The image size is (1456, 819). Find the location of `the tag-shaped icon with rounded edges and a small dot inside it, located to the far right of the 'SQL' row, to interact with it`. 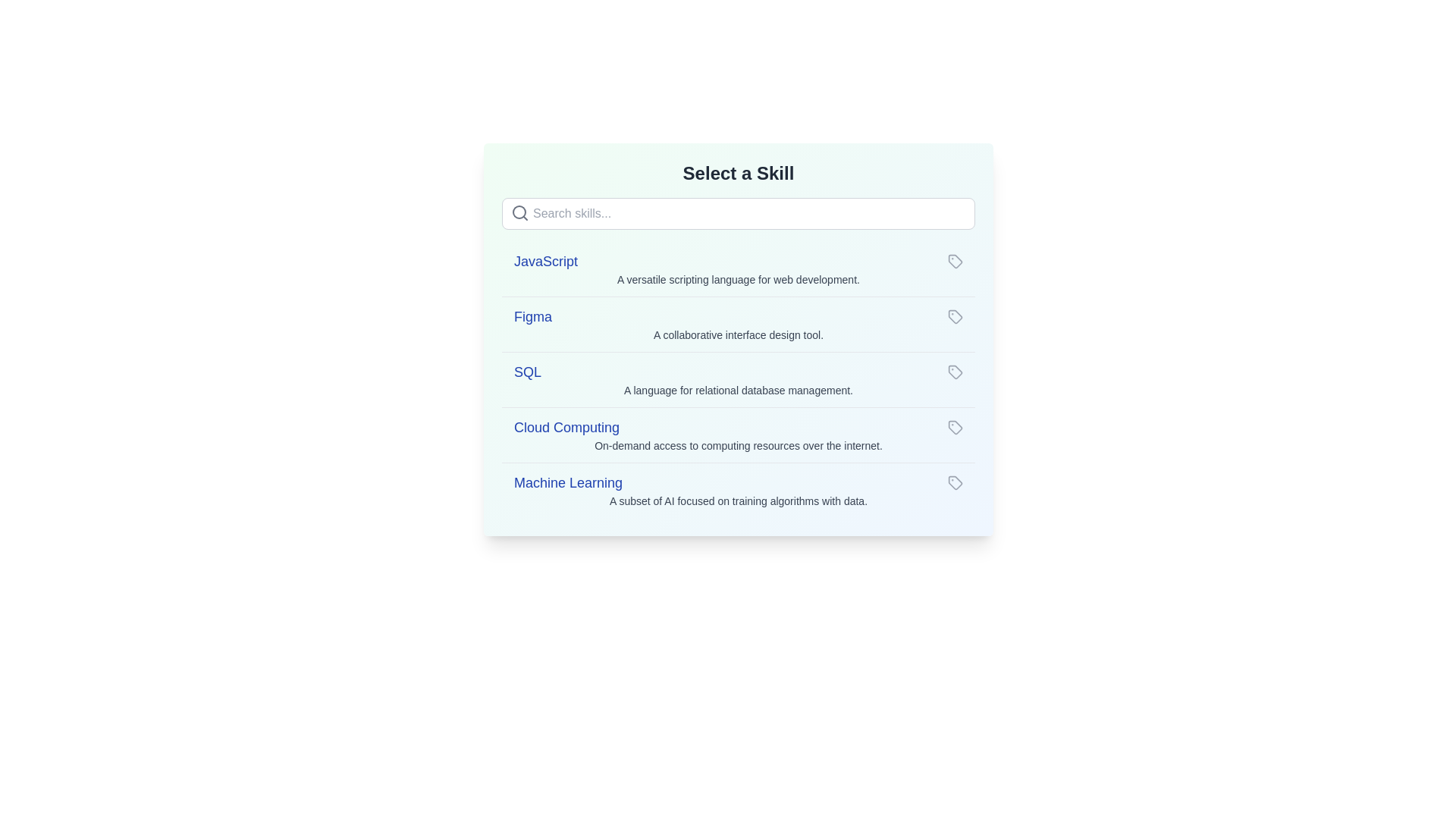

the tag-shaped icon with rounded edges and a small dot inside it, located to the far right of the 'SQL' row, to interact with it is located at coordinates (954, 372).